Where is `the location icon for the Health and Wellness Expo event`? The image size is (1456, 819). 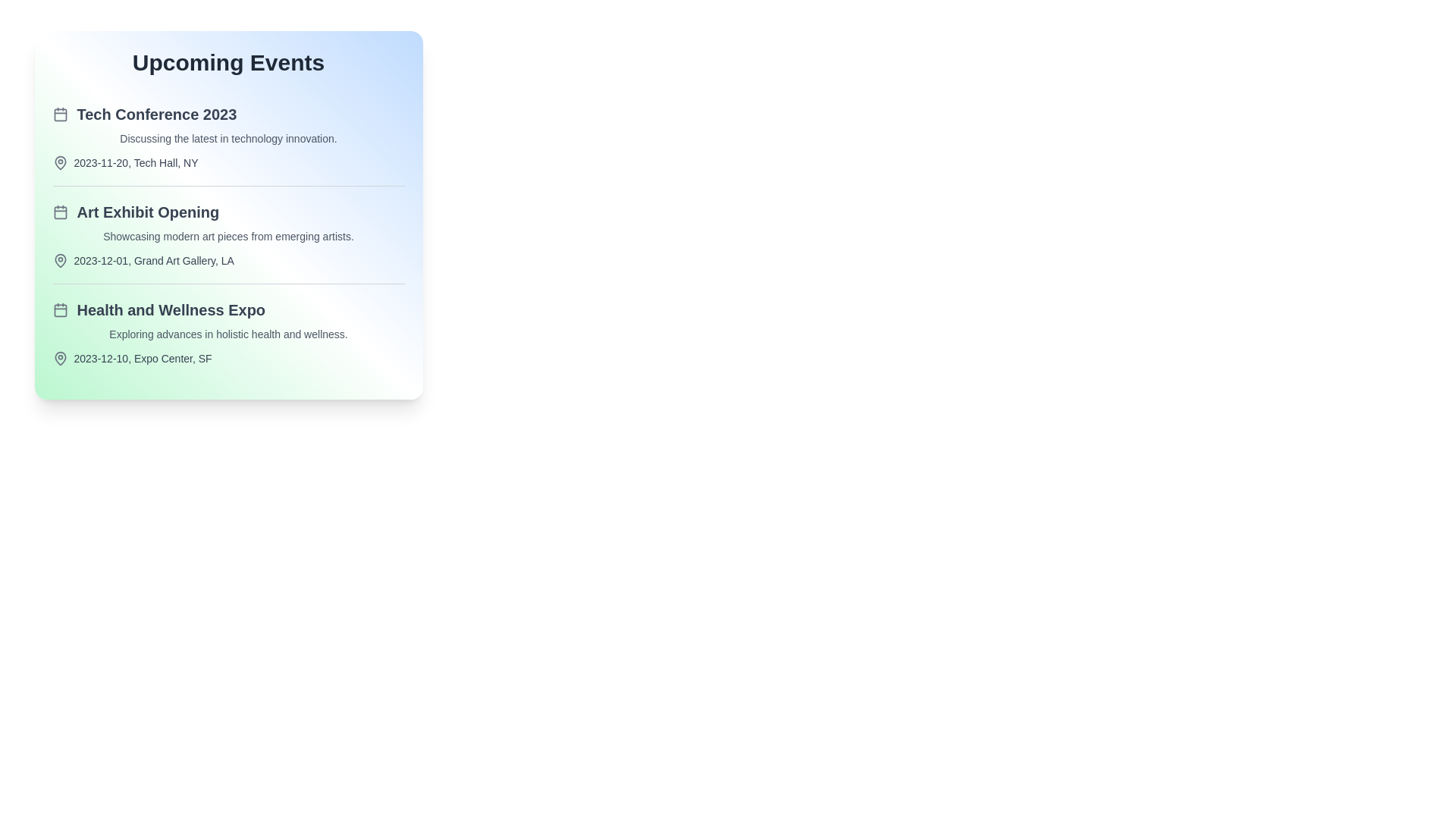
the location icon for the Health and Wellness Expo event is located at coordinates (60, 359).